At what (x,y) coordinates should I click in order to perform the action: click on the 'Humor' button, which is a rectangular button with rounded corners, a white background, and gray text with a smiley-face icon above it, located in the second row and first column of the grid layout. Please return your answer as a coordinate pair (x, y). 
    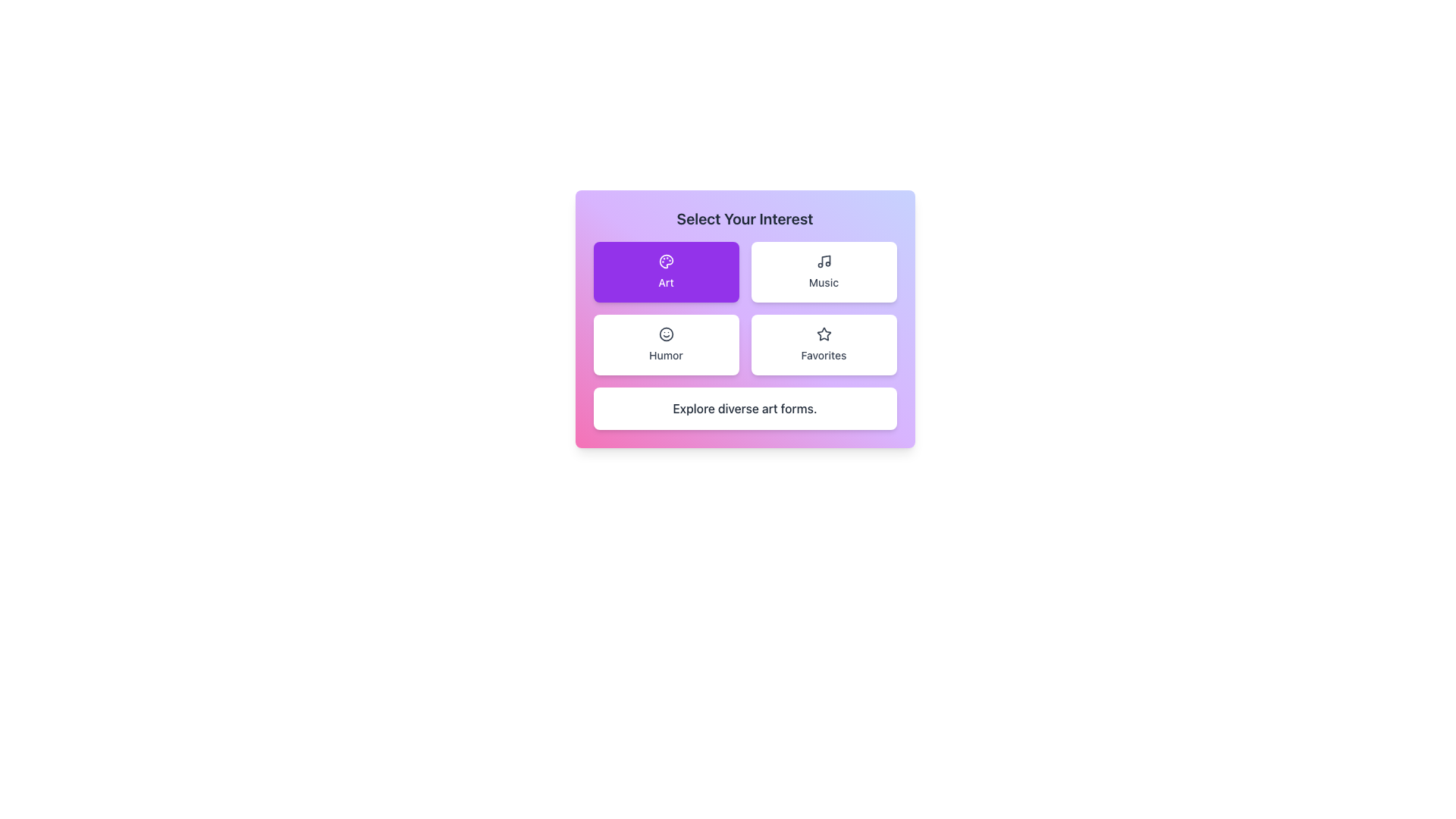
    Looking at the image, I should click on (666, 345).